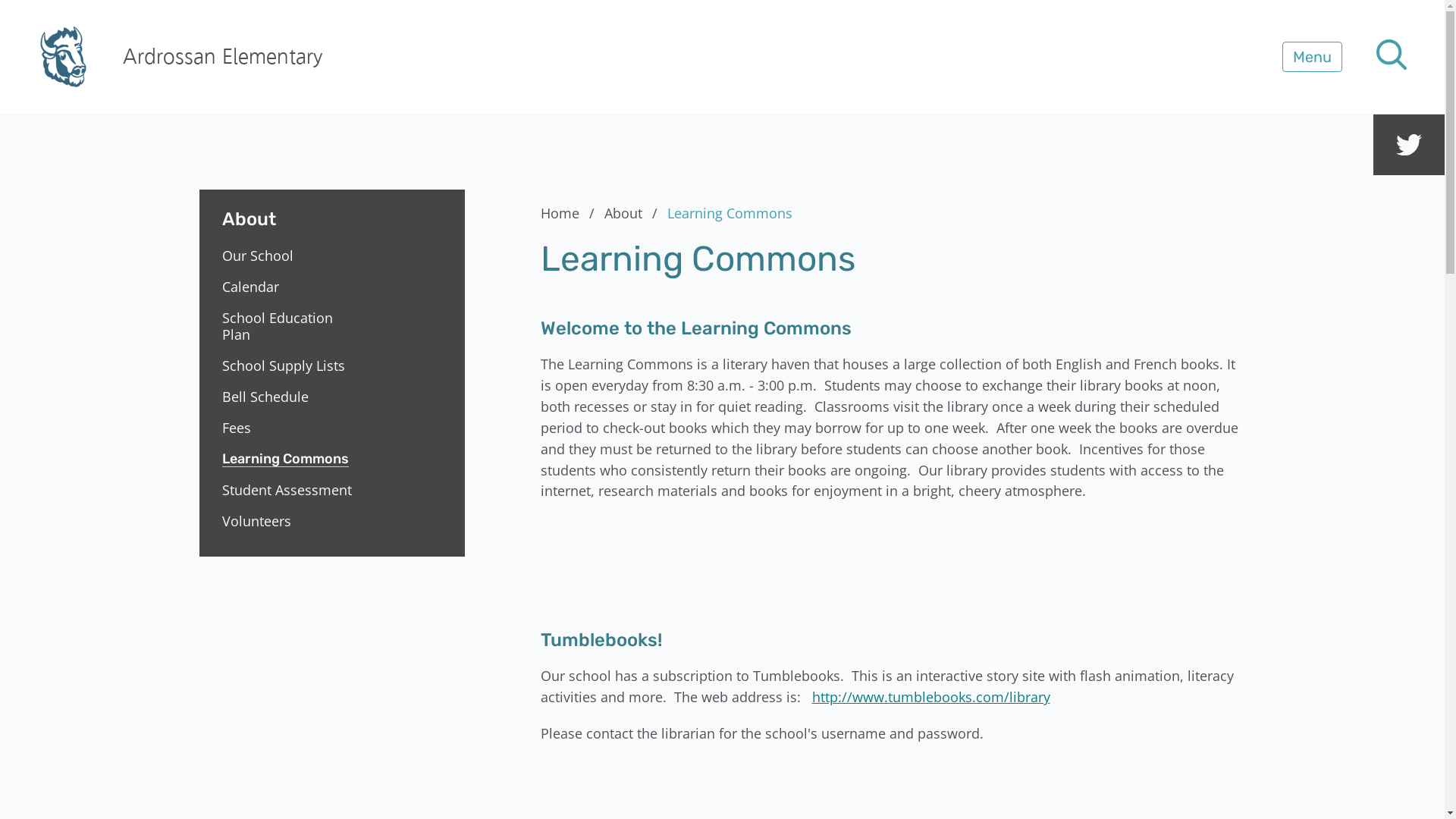 This screenshot has height=819, width=1456. Describe the element at coordinates (1311, 55) in the screenshot. I see `'Menu'` at that location.